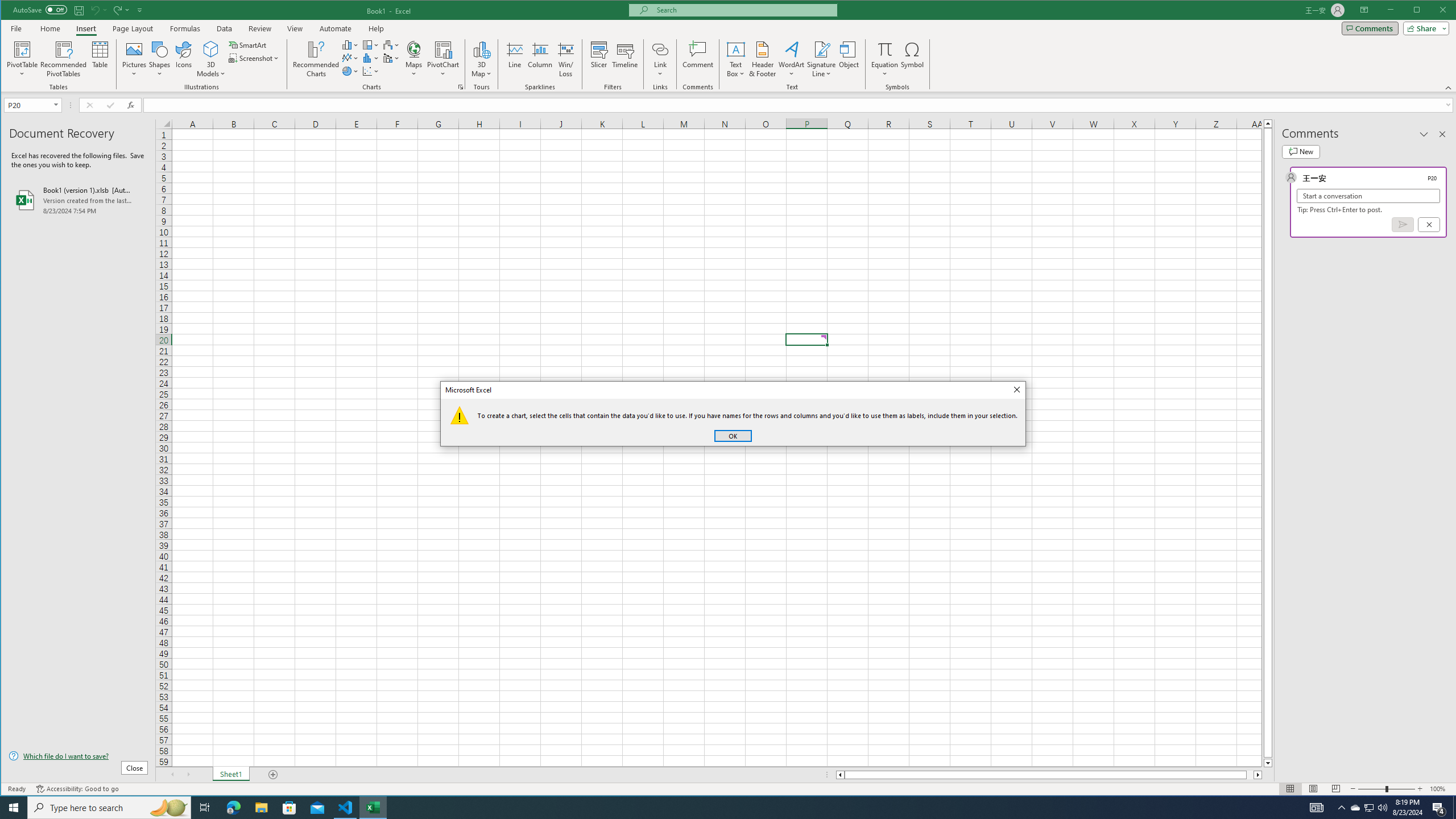 This screenshot has height=819, width=1456. Describe the element at coordinates (391, 44) in the screenshot. I see `'Insert Waterfall, Funnel, Stock, Surface, or Radar Chart'` at that location.